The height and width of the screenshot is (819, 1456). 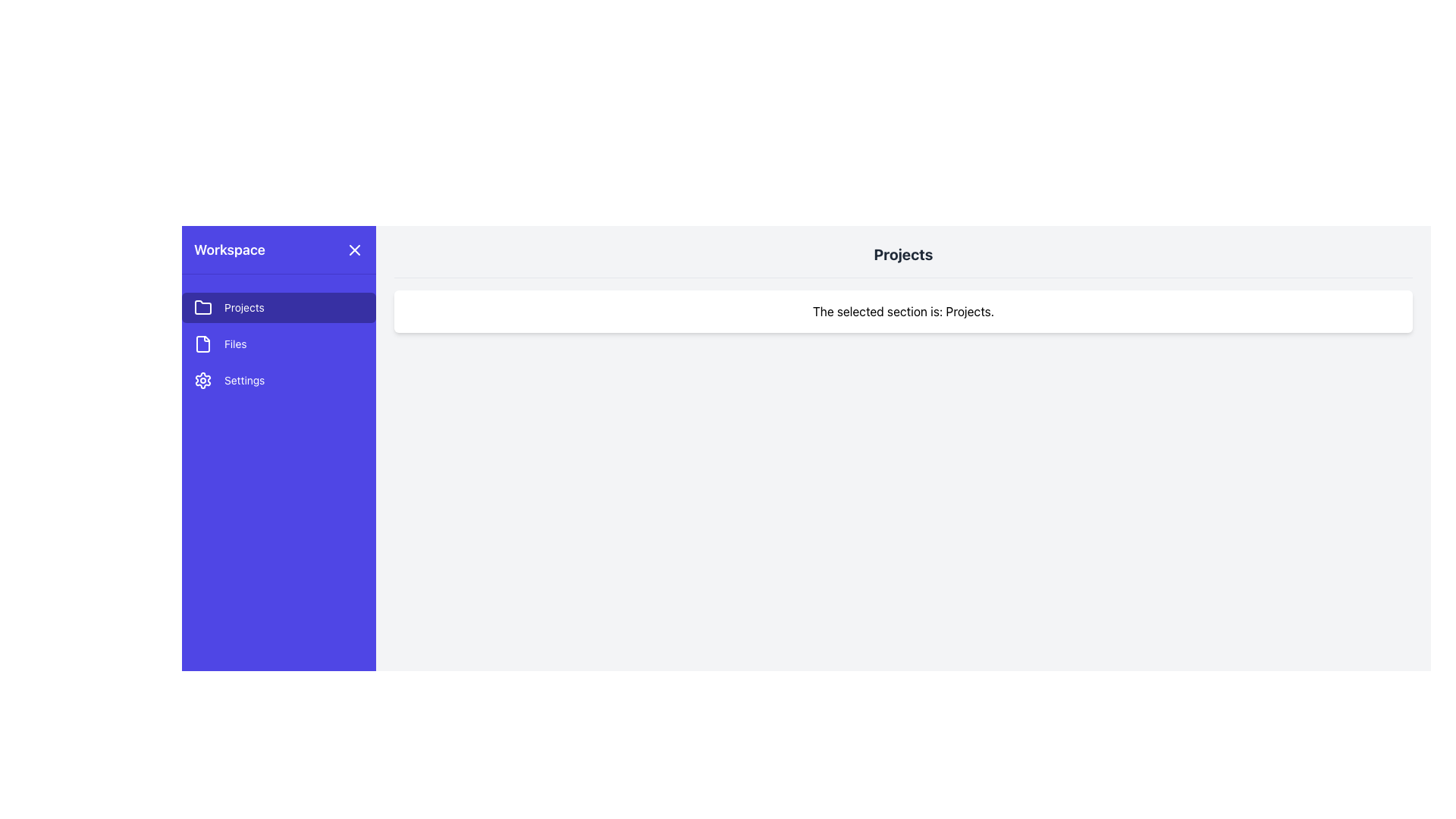 I want to click on the 'Settings' icon in the left-side navigation panel, so click(x=202, y=379).